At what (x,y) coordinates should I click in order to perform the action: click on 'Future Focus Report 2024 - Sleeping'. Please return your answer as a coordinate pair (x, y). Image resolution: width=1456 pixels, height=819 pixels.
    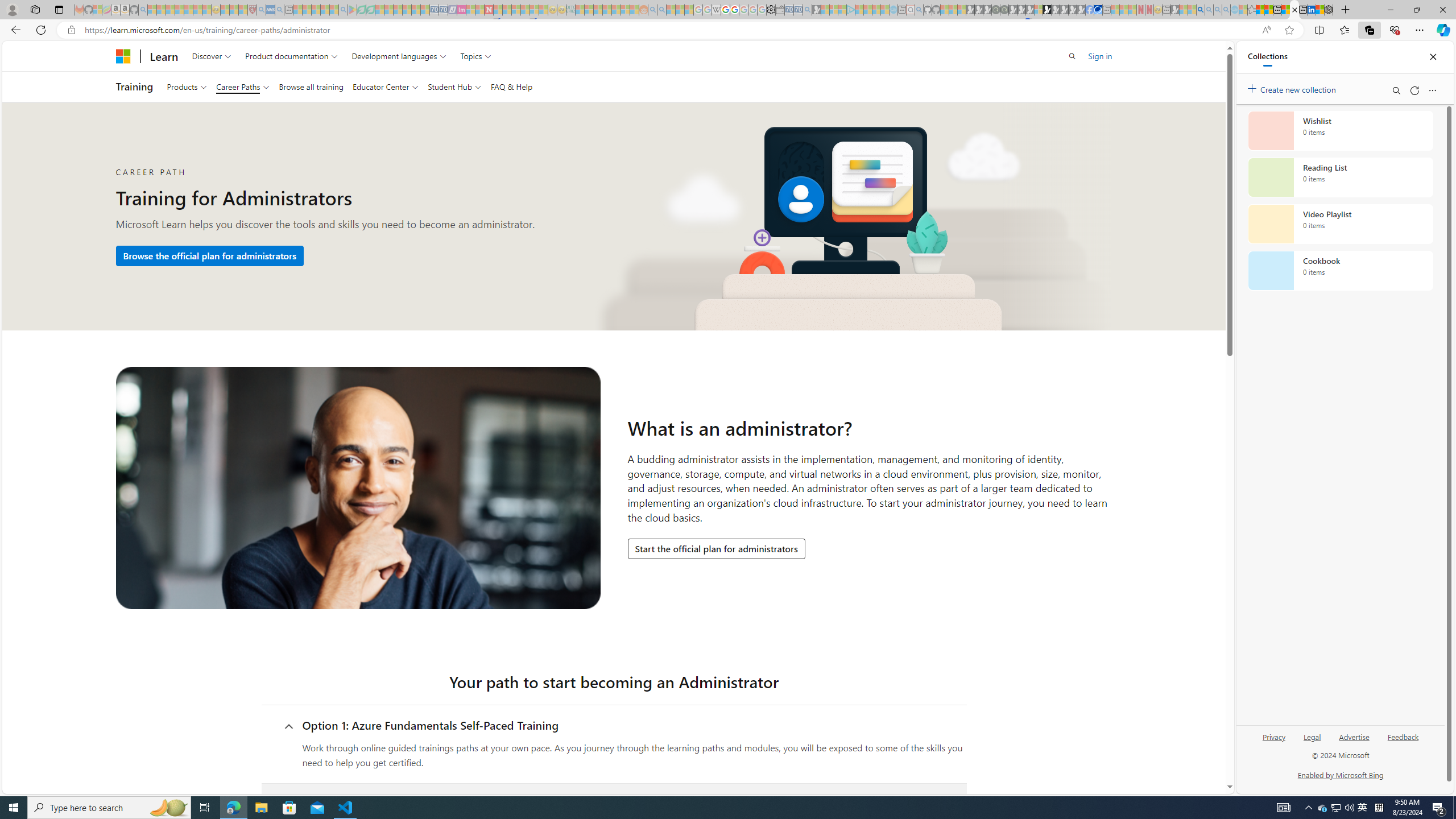
    Looking at the image, I should click on (1004, 9).